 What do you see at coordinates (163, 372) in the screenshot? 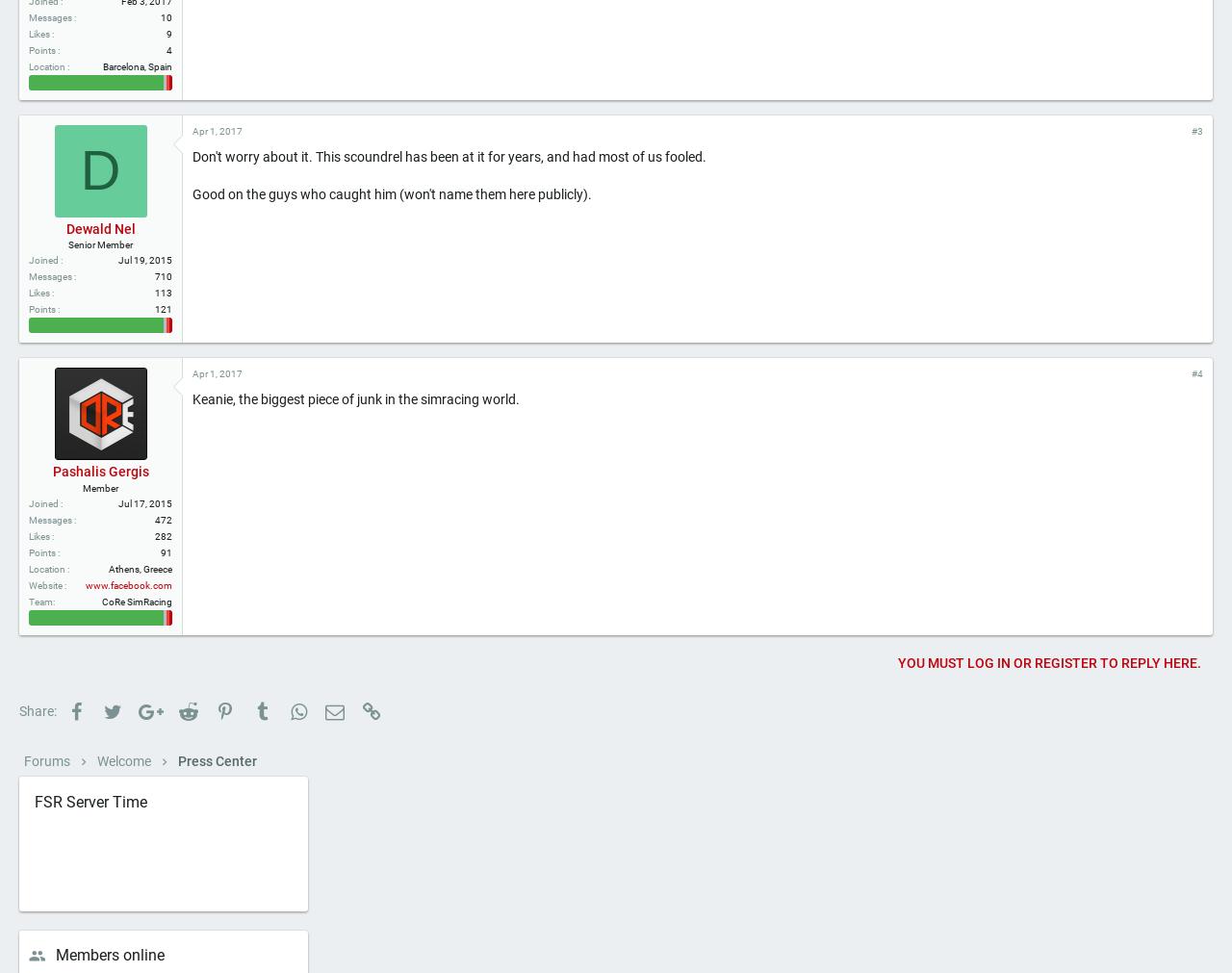
I see `'121'` at bounding box center [163, 372].